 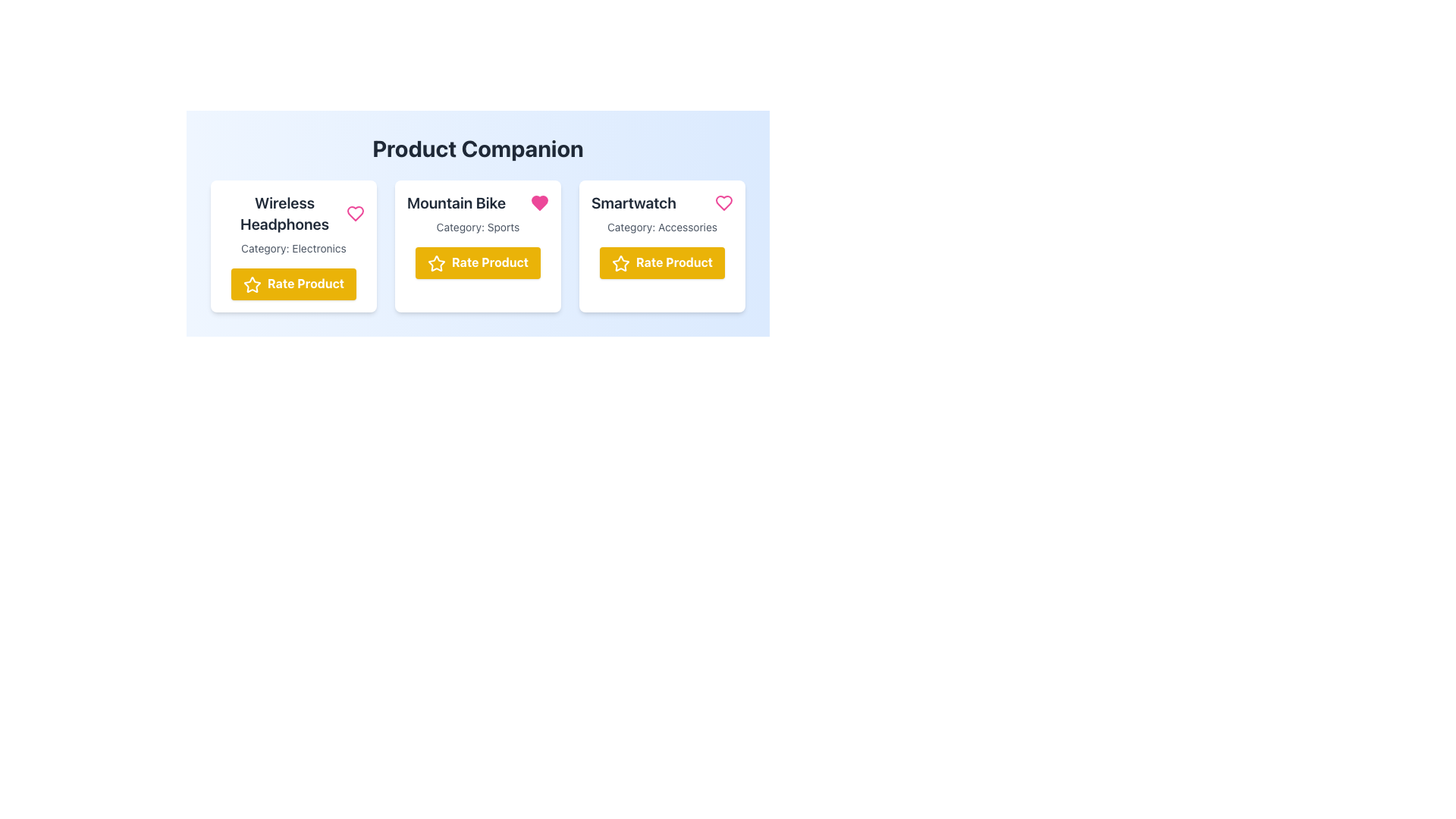 What do you see at coordinates (436, 262) in the screenshot?
I see `the star-shaped rating icon filled with yellow color, which is located at the bottom-center of the 'Mountain Bike' product card, above the 'Rate Product' text` at bounding box center [436, 262].